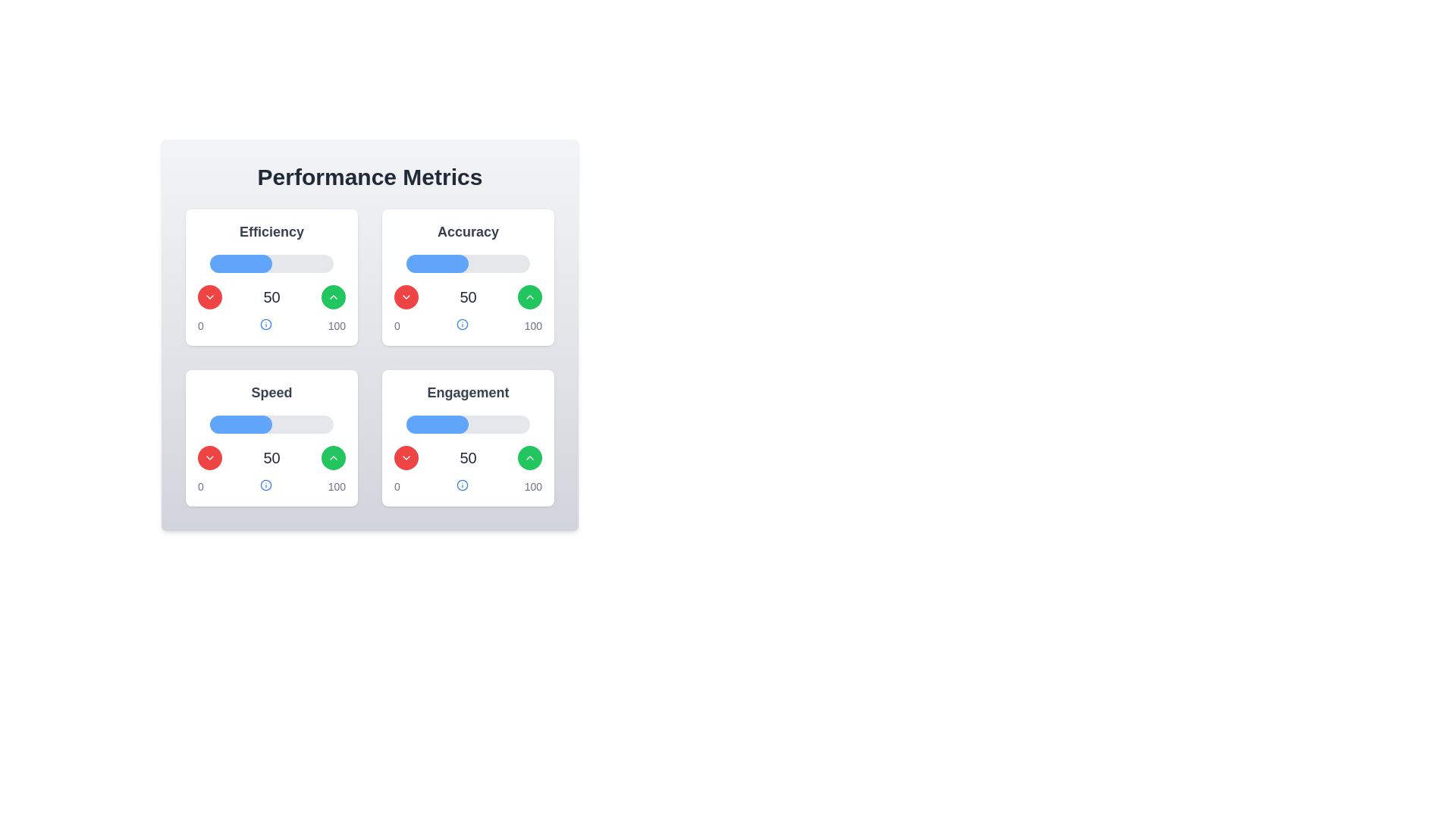  Describe the element at coordinates (333, 297) in the screenshot. I see `the Icon button in the 'Accuracy' section of the 'Performance Metrics' grid to increase the accuracy value` at that location.